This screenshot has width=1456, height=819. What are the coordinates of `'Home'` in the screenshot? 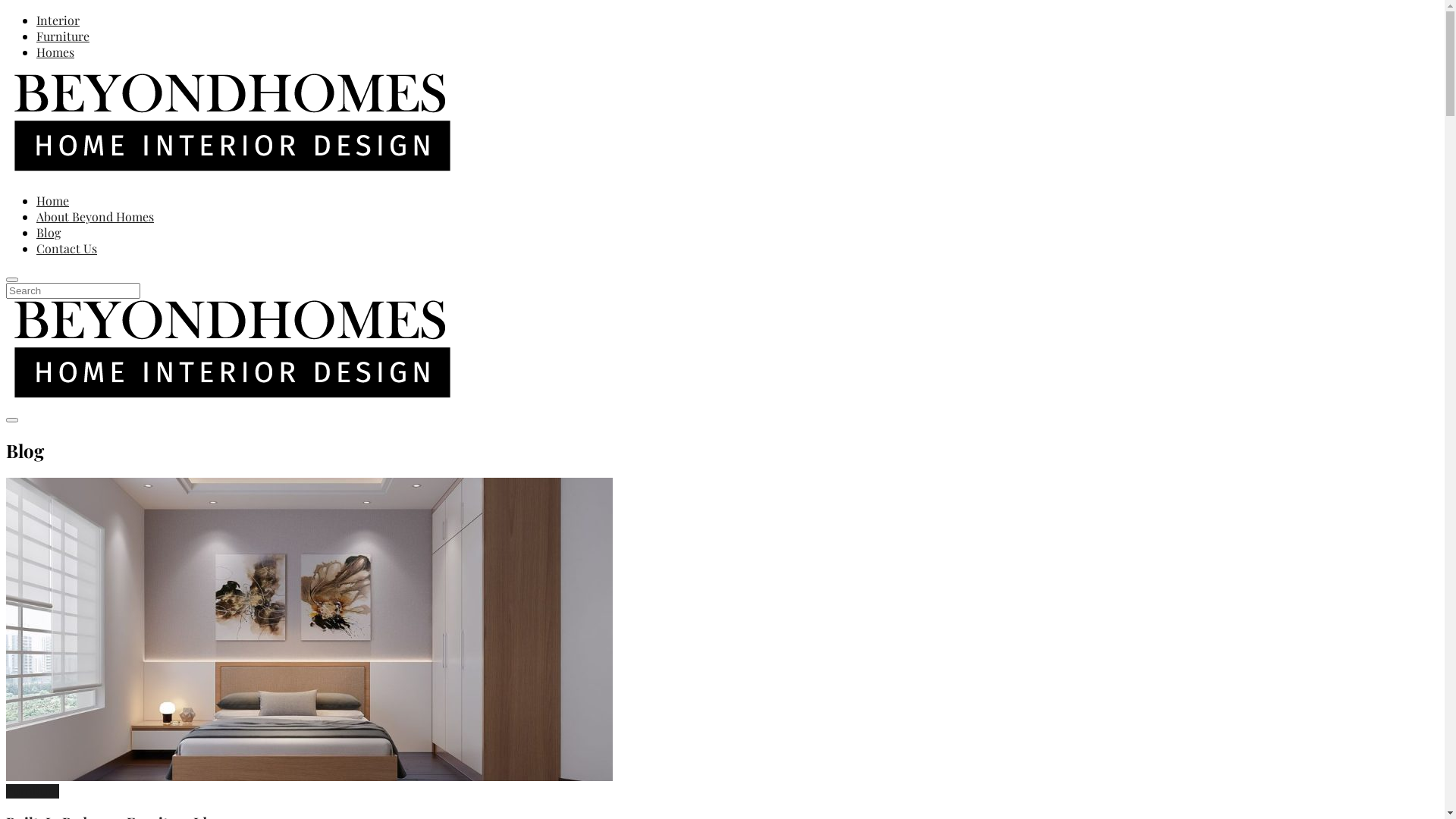 It's located at (52, 199).